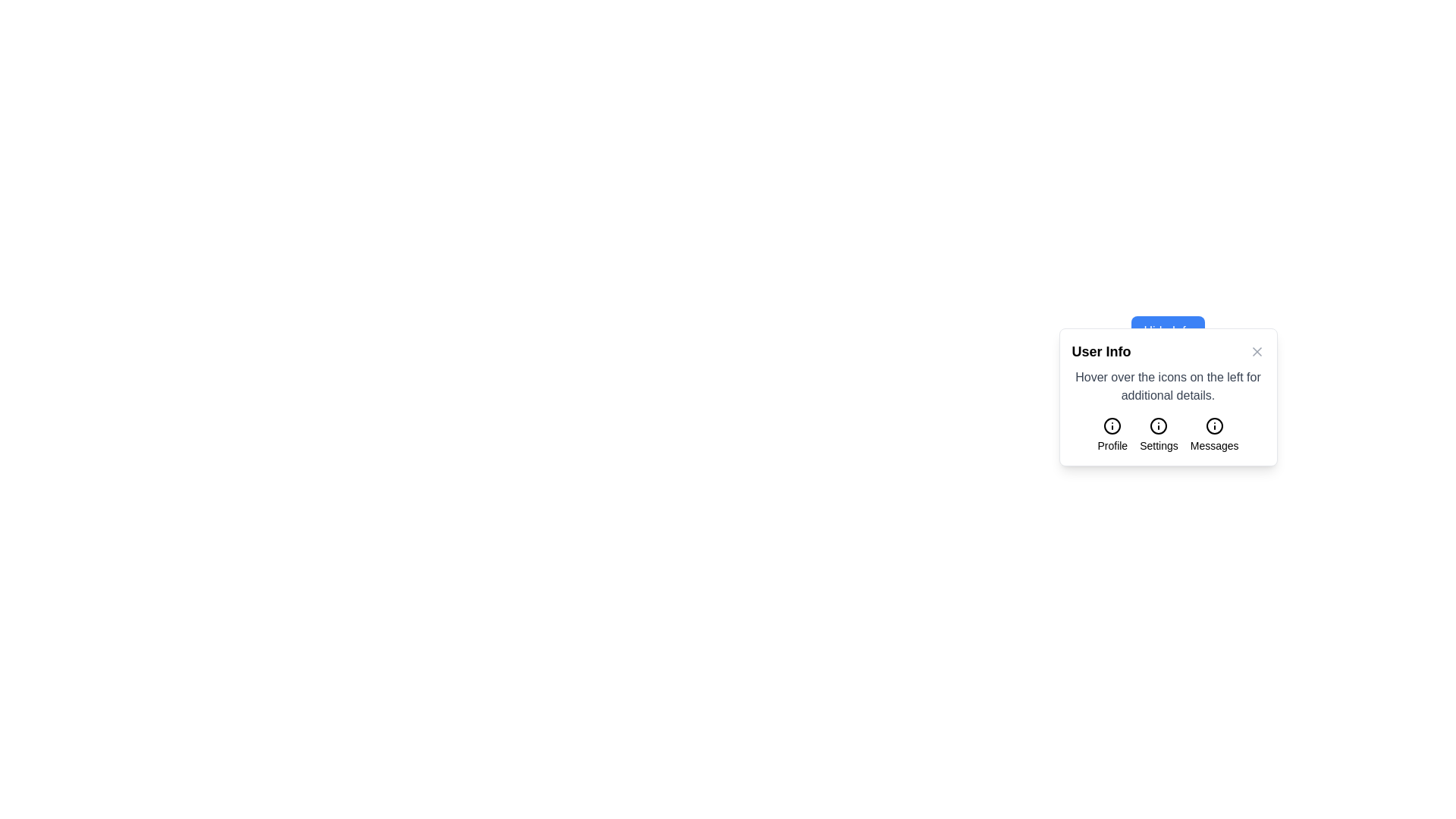 The width and height of the screenshot is (1456, 819). I want to click on the 'Messages' icon located under the 'User Info' section, which is the third icon in the row of icons following 'Profile' and 'Settings', so click(1214, 426).